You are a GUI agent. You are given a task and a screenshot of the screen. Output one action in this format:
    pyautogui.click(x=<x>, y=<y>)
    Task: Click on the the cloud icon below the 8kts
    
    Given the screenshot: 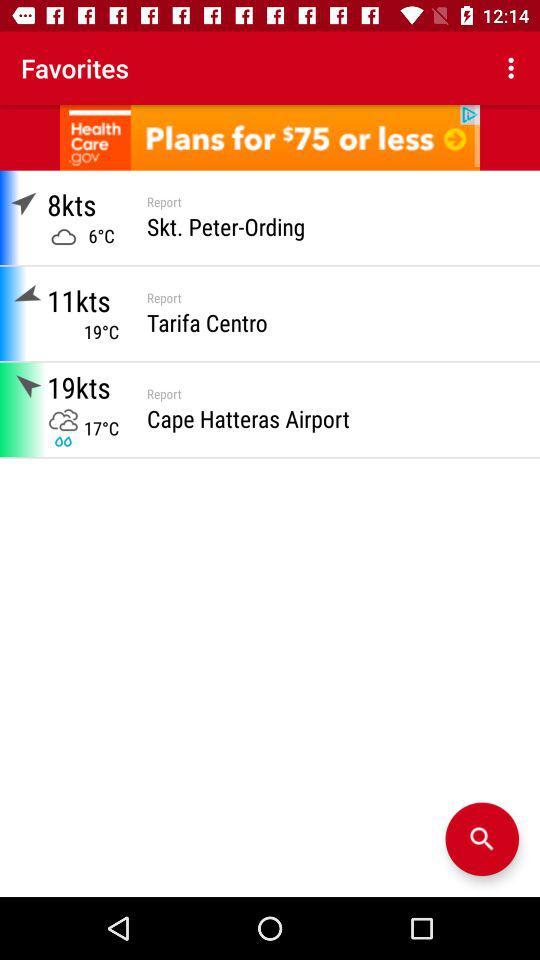 What is the action you would take?
    pyautogui.click(x=63, y=237)
    